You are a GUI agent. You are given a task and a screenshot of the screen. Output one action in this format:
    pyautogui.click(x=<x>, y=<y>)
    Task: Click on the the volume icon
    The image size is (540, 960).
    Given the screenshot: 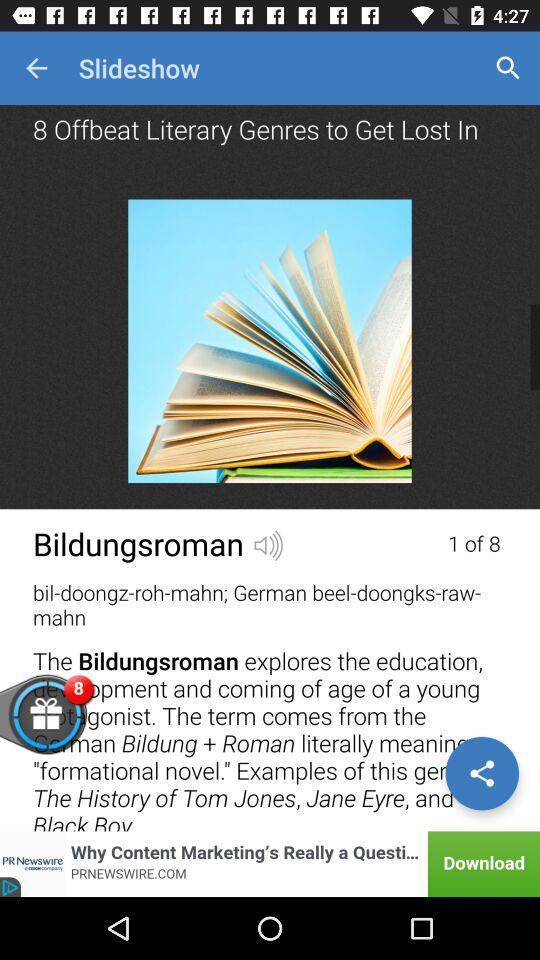 What is the action you would take?
    pyautogui.click(x=268, y=543)
    